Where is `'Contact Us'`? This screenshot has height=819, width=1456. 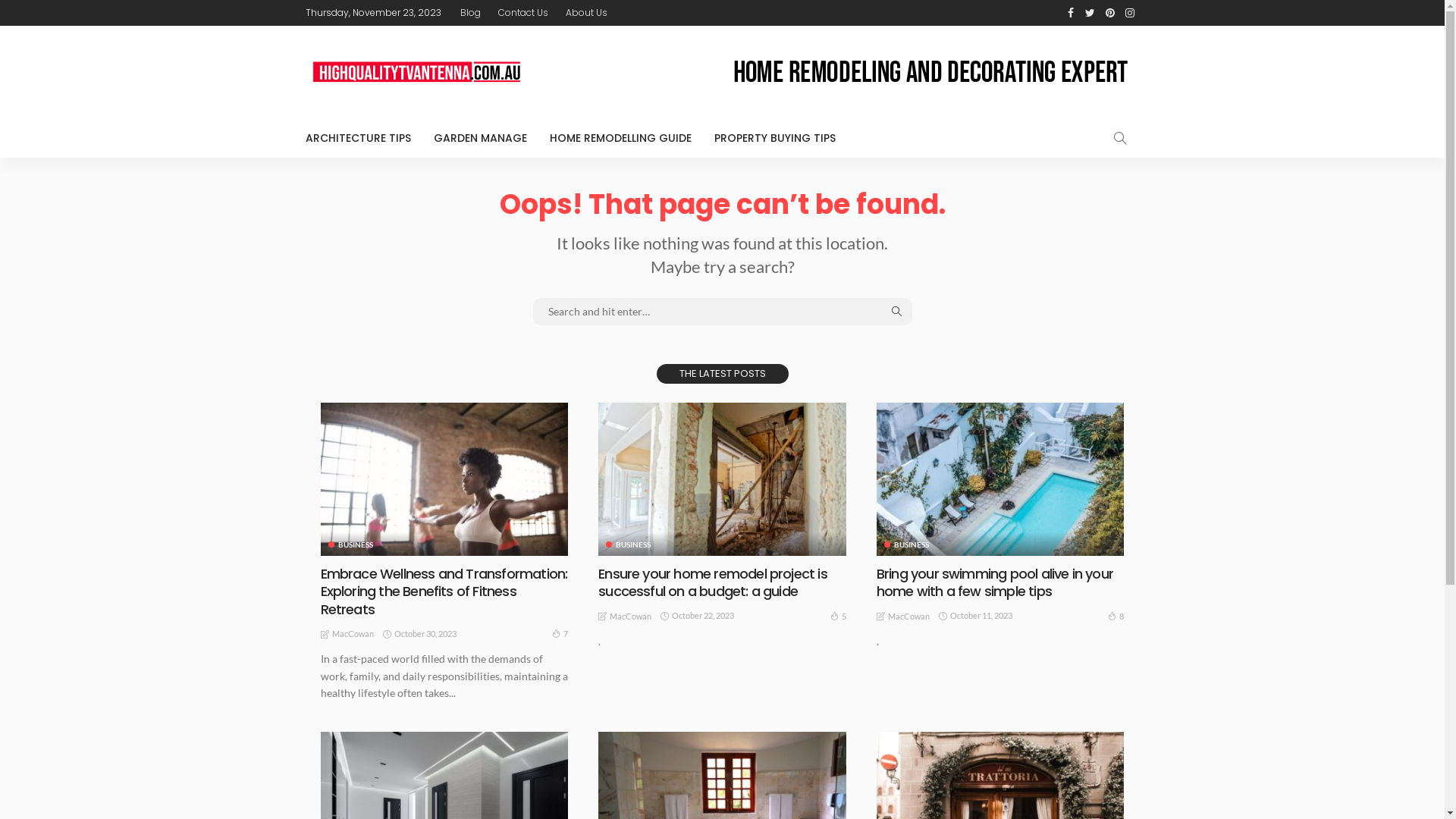 'Contact Us' is located at coordinates (490, 12).